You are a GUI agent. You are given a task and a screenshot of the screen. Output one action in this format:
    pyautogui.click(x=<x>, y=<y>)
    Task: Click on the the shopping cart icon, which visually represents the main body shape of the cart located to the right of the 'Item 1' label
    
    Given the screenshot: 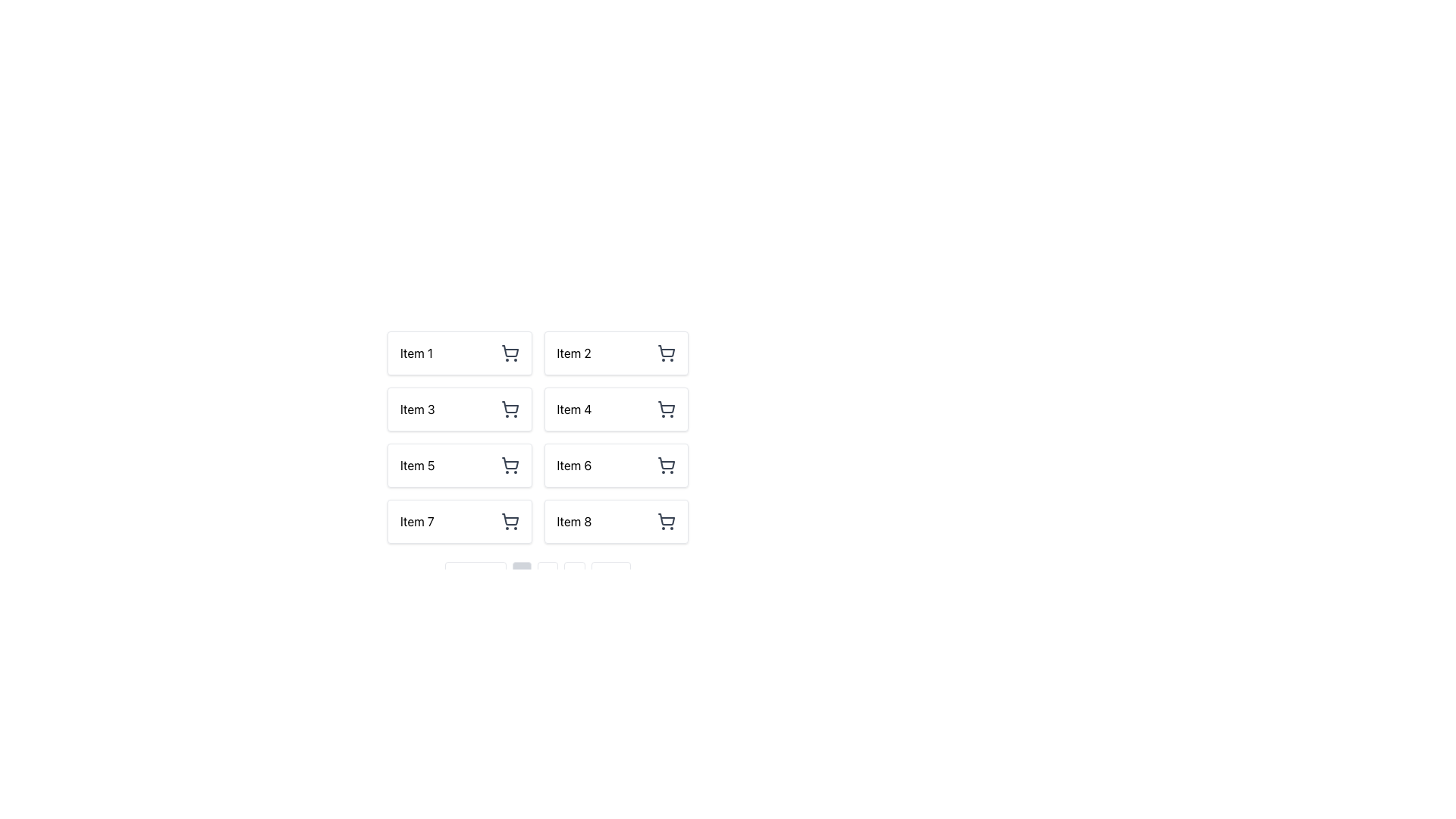 What is the action you would take?
    pyautogui.click(x=510, y=351)
    